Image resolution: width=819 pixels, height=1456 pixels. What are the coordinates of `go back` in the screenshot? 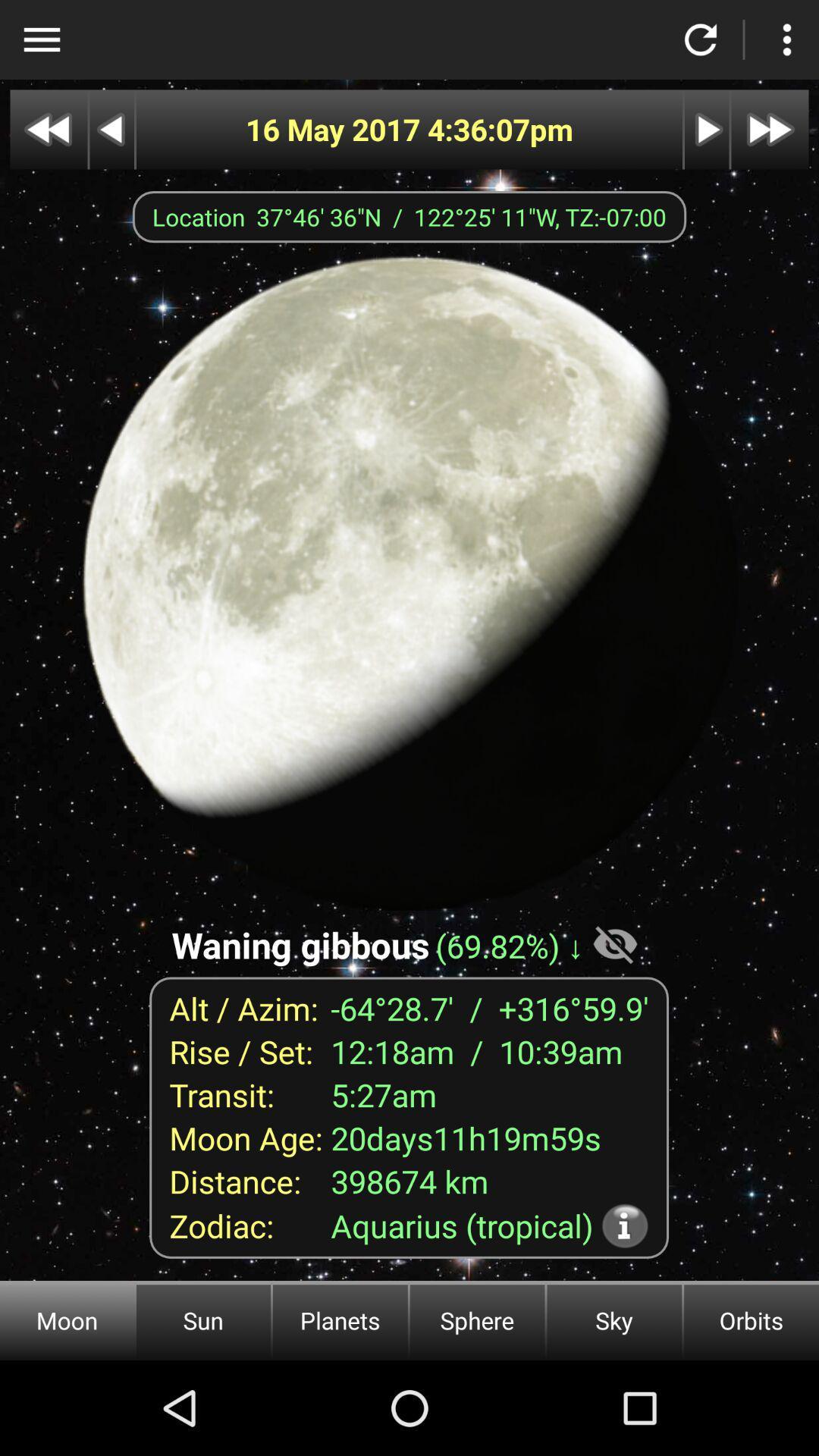 It's located at (111, 130).